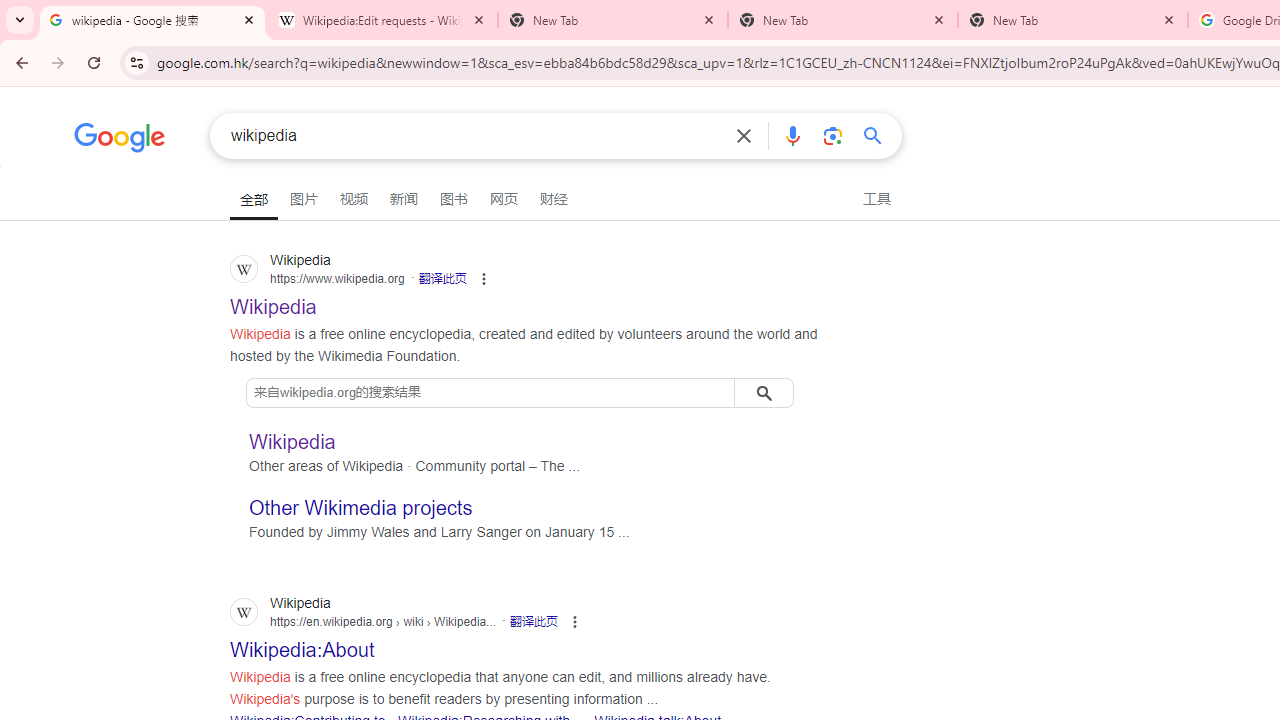  What do you see at coordinates (10, 11) in the screenshot?
I see `'System'` at bounding box center [10, 11].